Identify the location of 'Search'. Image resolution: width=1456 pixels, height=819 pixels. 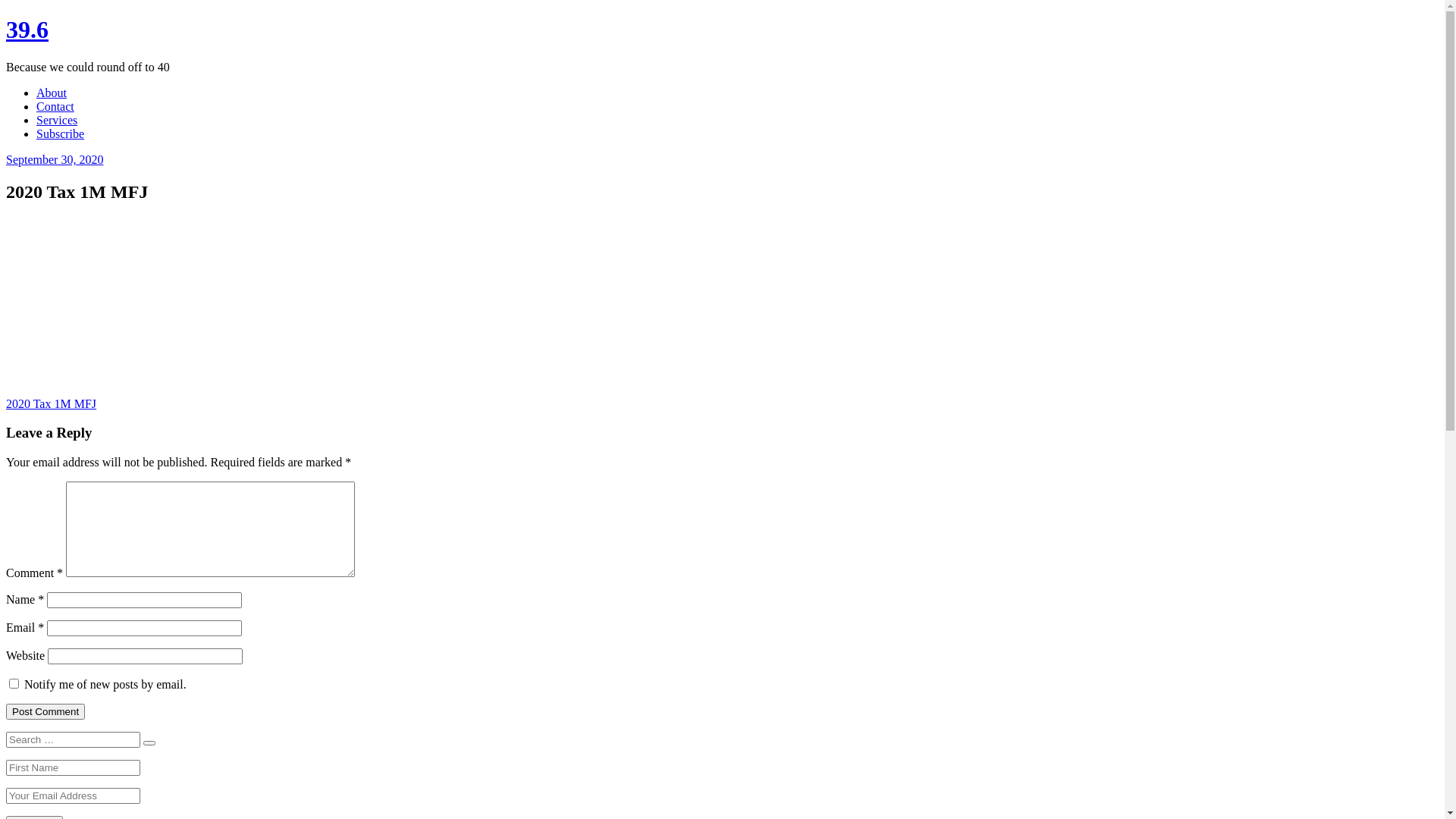
(149, 742).